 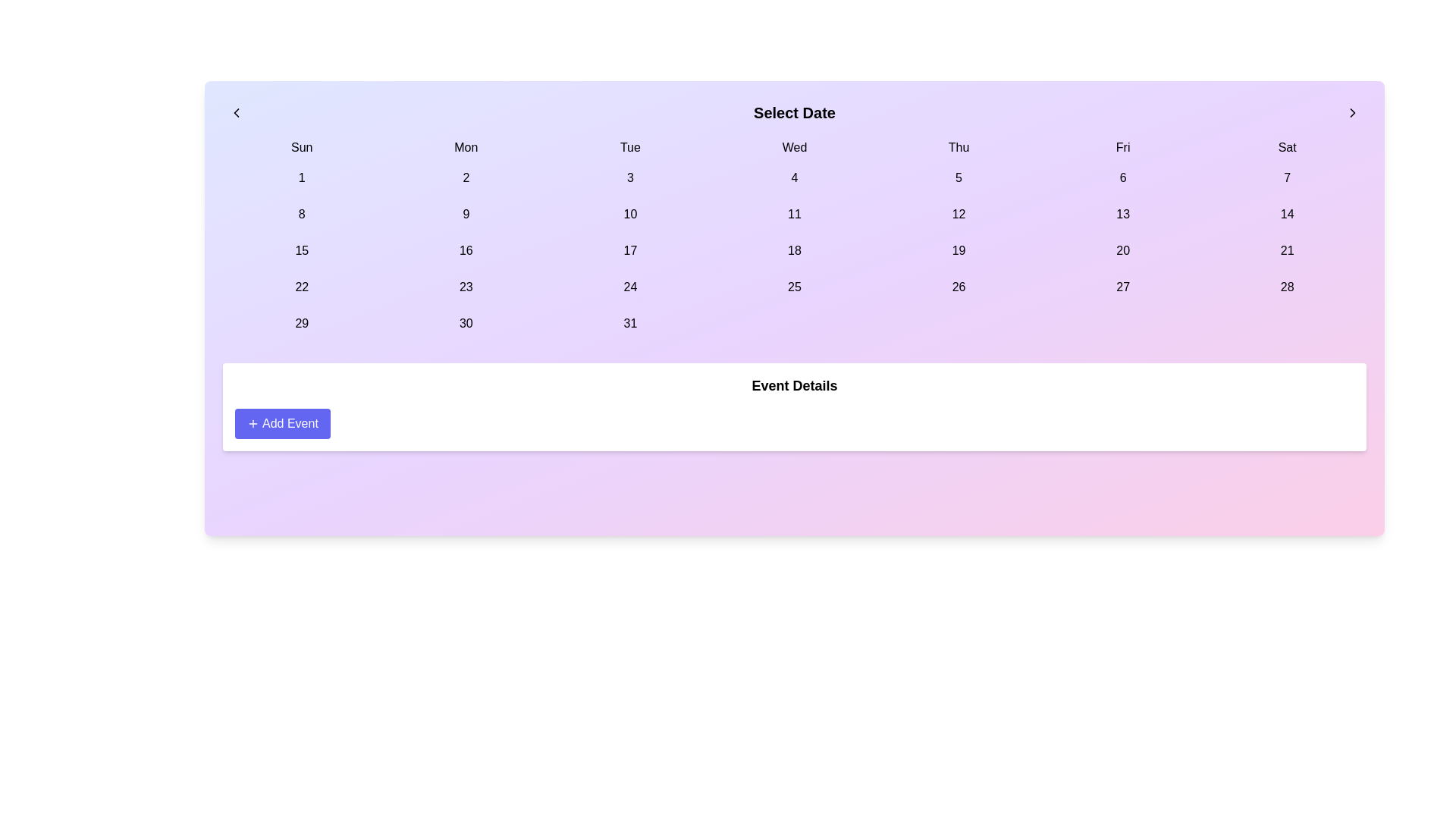 What do you see at coordinates (1286, 250) in the screenshot?
I see `the selectable date button for the 21st in the Saturday column of the calendar interface` at bounding box center [1286, 250].